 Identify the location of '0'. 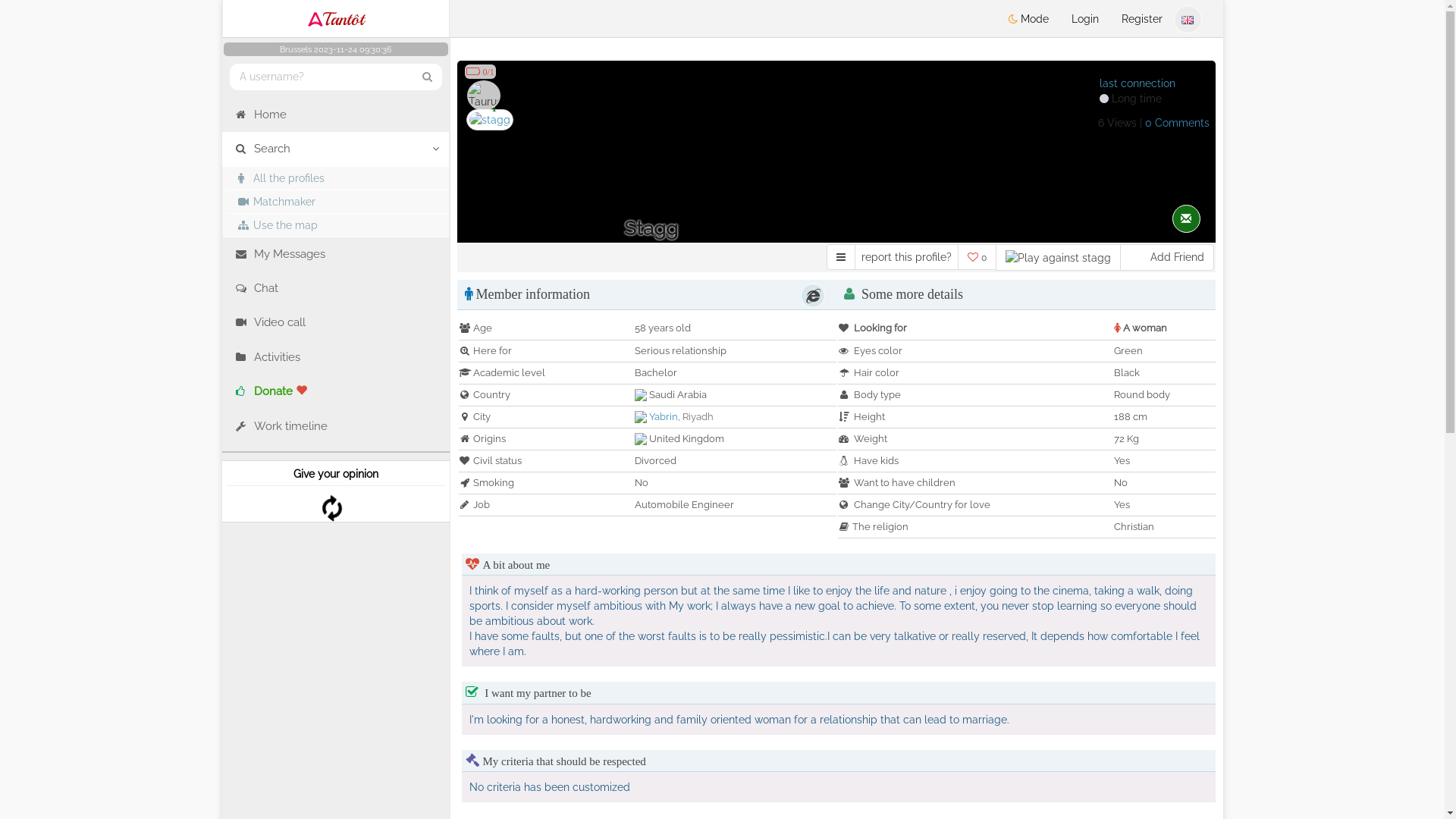
(976, 256).